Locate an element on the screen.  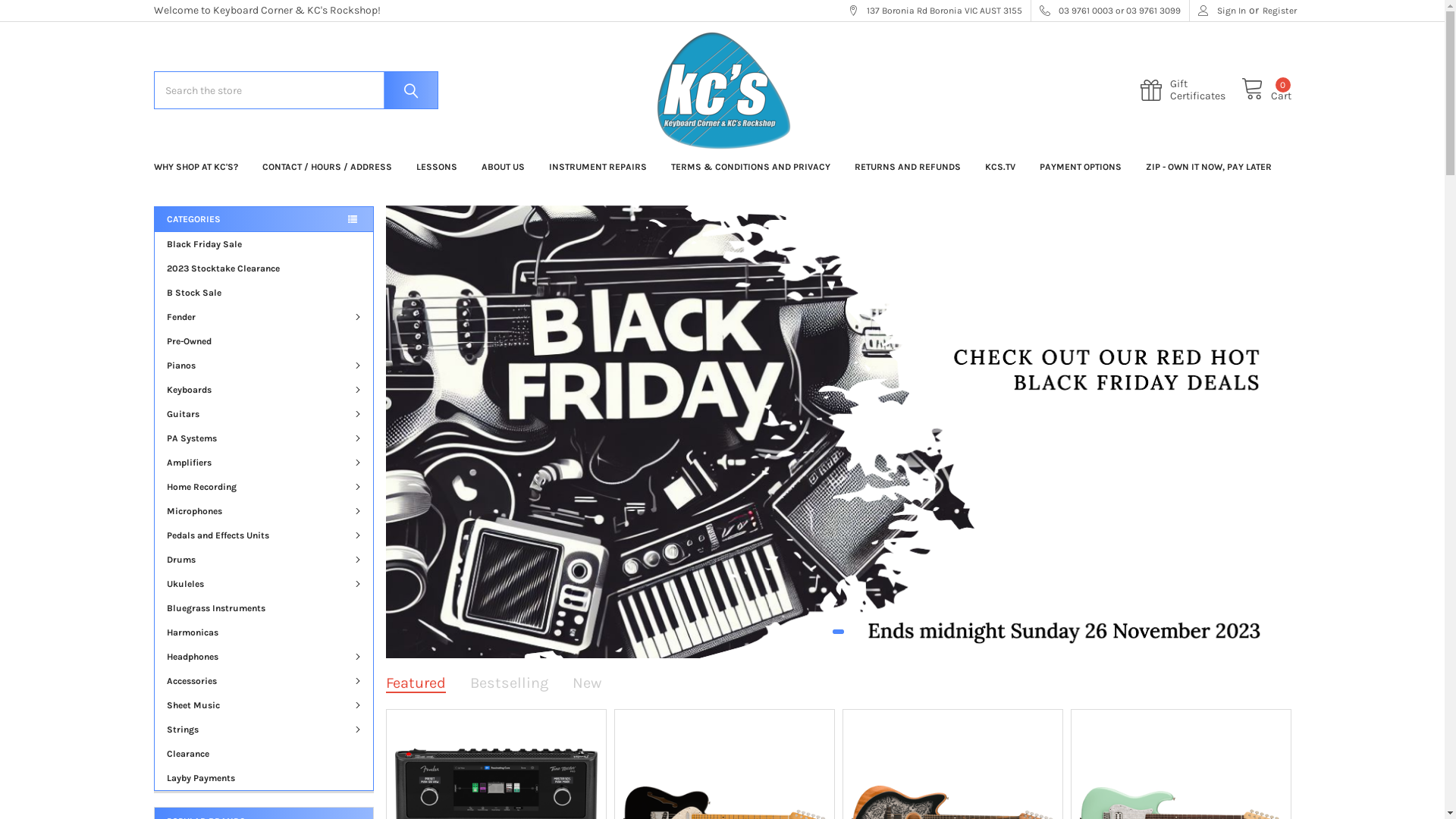
'Home Recording' is located at coordinates (263, 486).